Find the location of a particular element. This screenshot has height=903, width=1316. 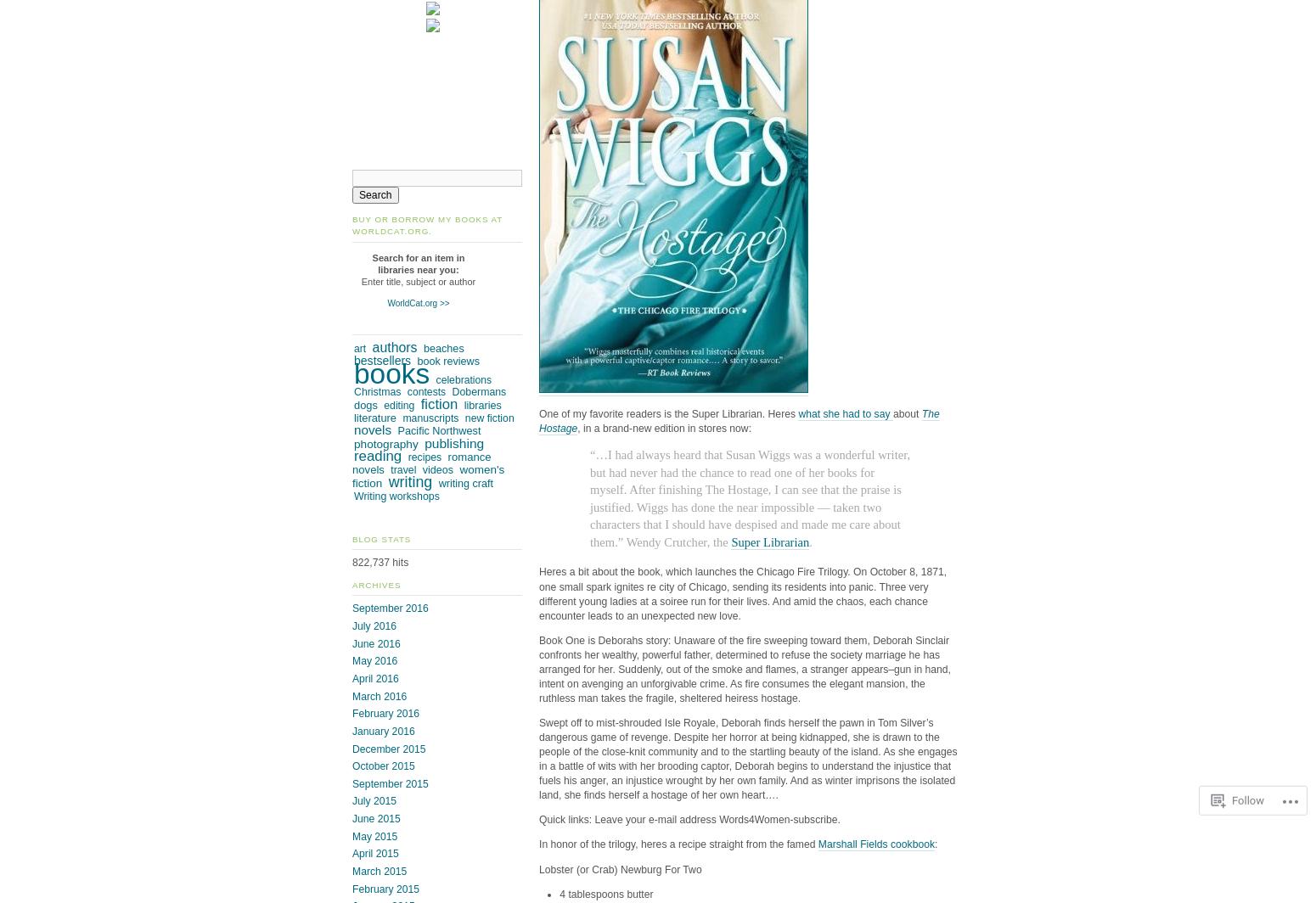

'WorldCat.org >>' is located at coordinates (387, 302).